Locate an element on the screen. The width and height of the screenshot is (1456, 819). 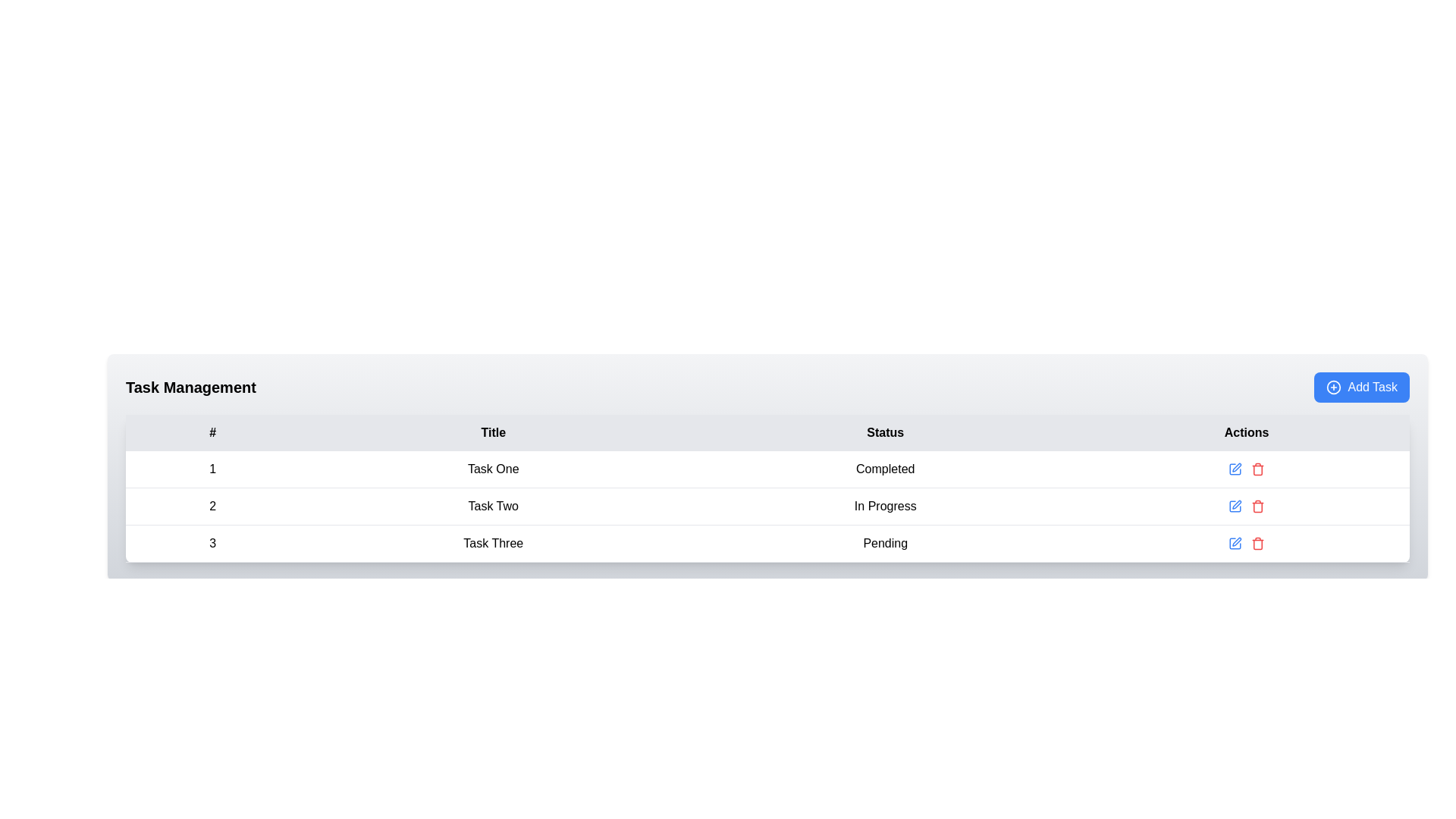
the circular icon with a plus symbol within the 'Add Task' button located at the top-right corner of the user interface is located at coordinates (1333, 386).